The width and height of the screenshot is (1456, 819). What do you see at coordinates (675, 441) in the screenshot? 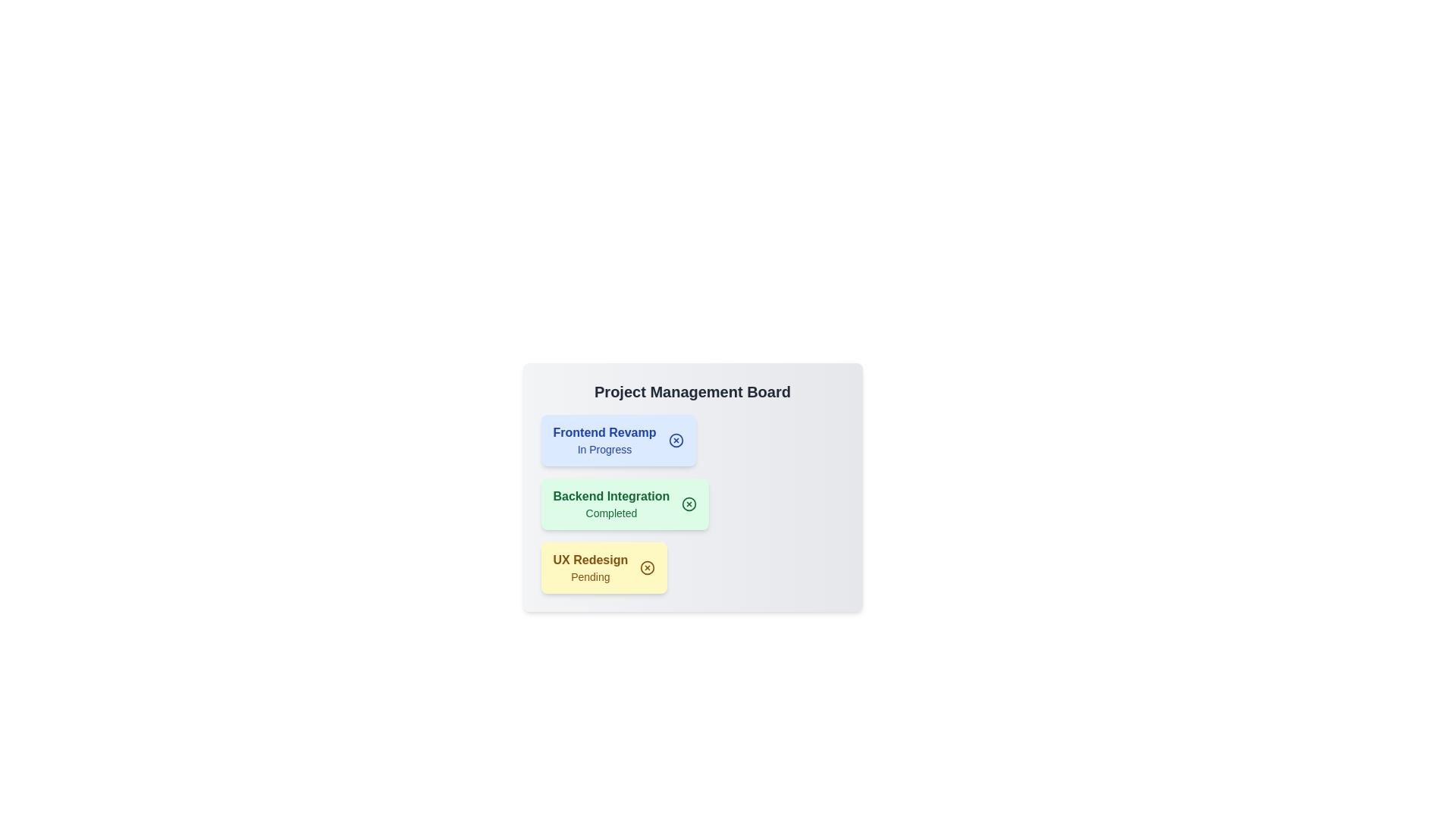
I see `close button for the project named Frontend Revamp` at bounding box center [675, 441].